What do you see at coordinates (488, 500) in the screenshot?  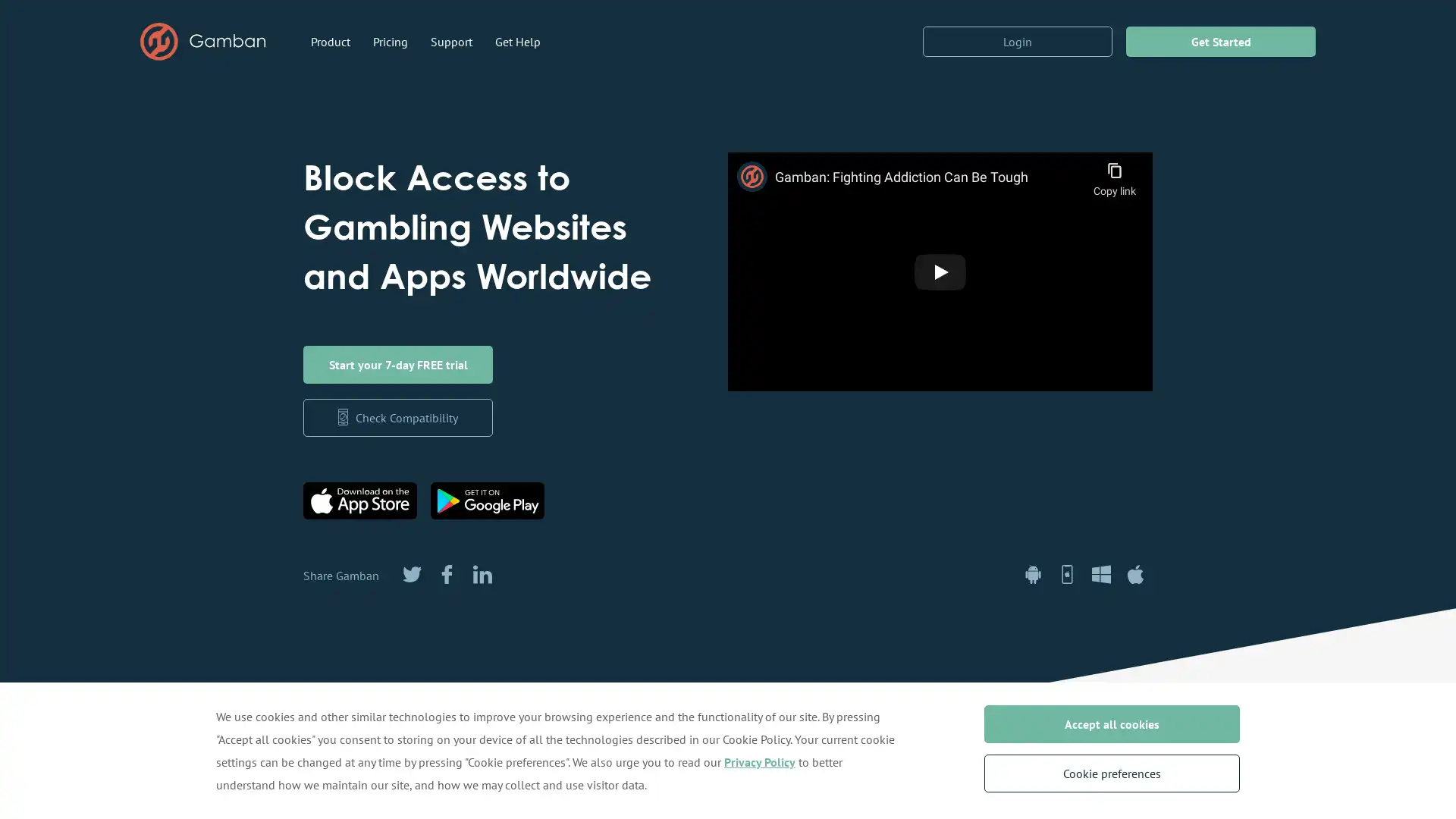 I see `Get it on Google Play` at bounding box center [488, 500].